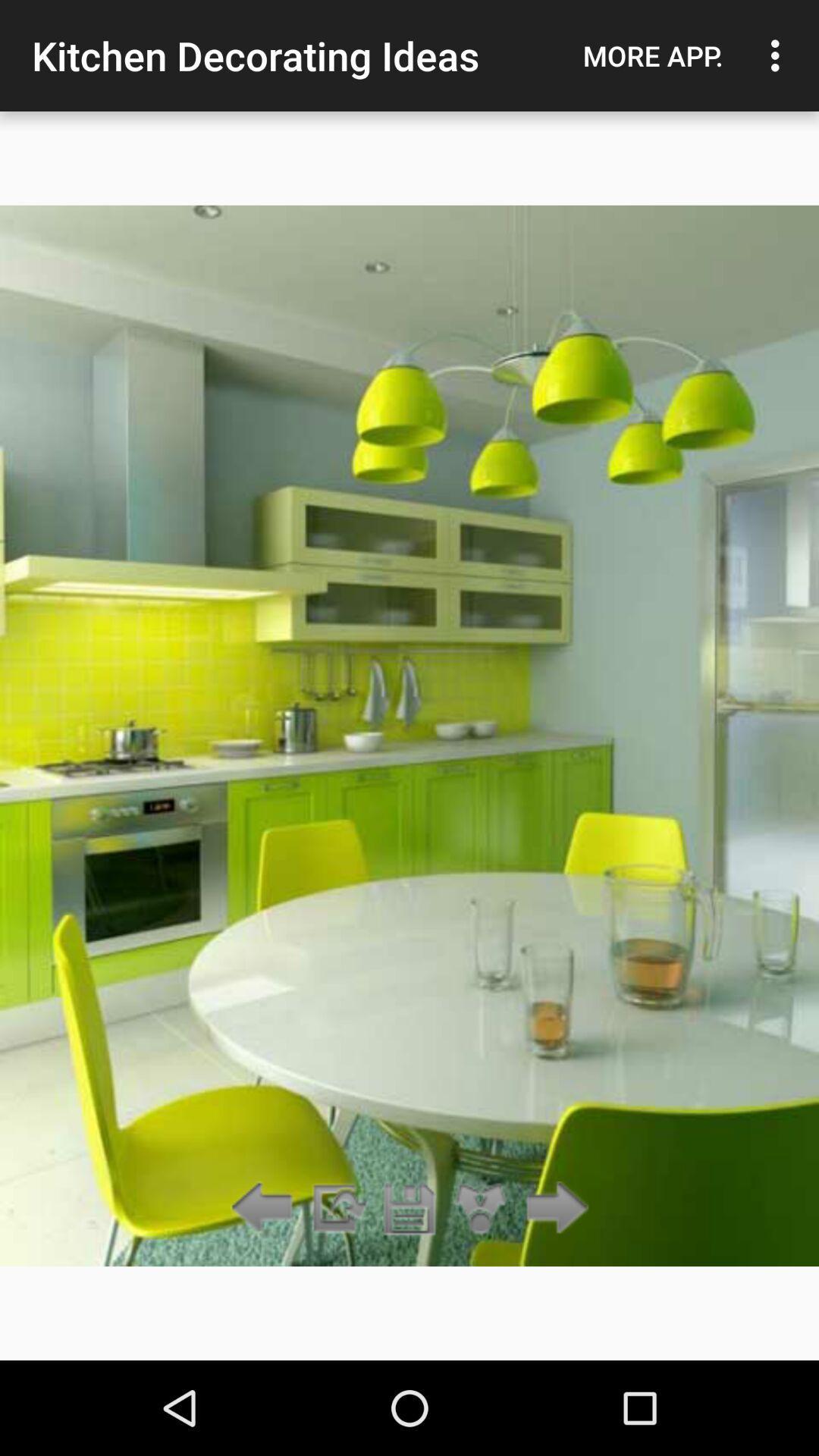 This screenshot has height=1456, width=819. I want to click on the share icon, so click(481, 1208).